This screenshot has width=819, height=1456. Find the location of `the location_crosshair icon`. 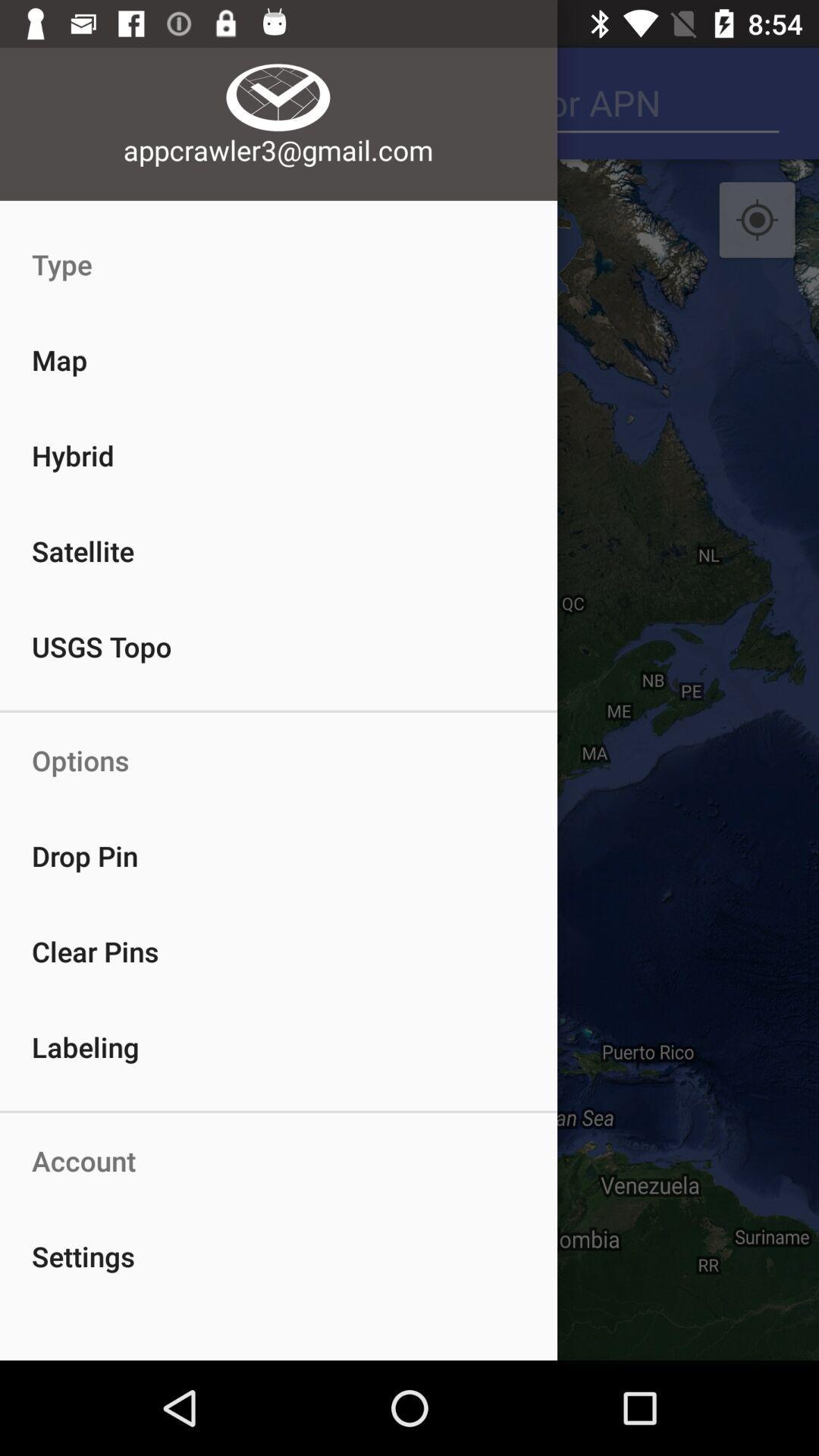

the location_crosshair icon is located at coordinates (757, 220).